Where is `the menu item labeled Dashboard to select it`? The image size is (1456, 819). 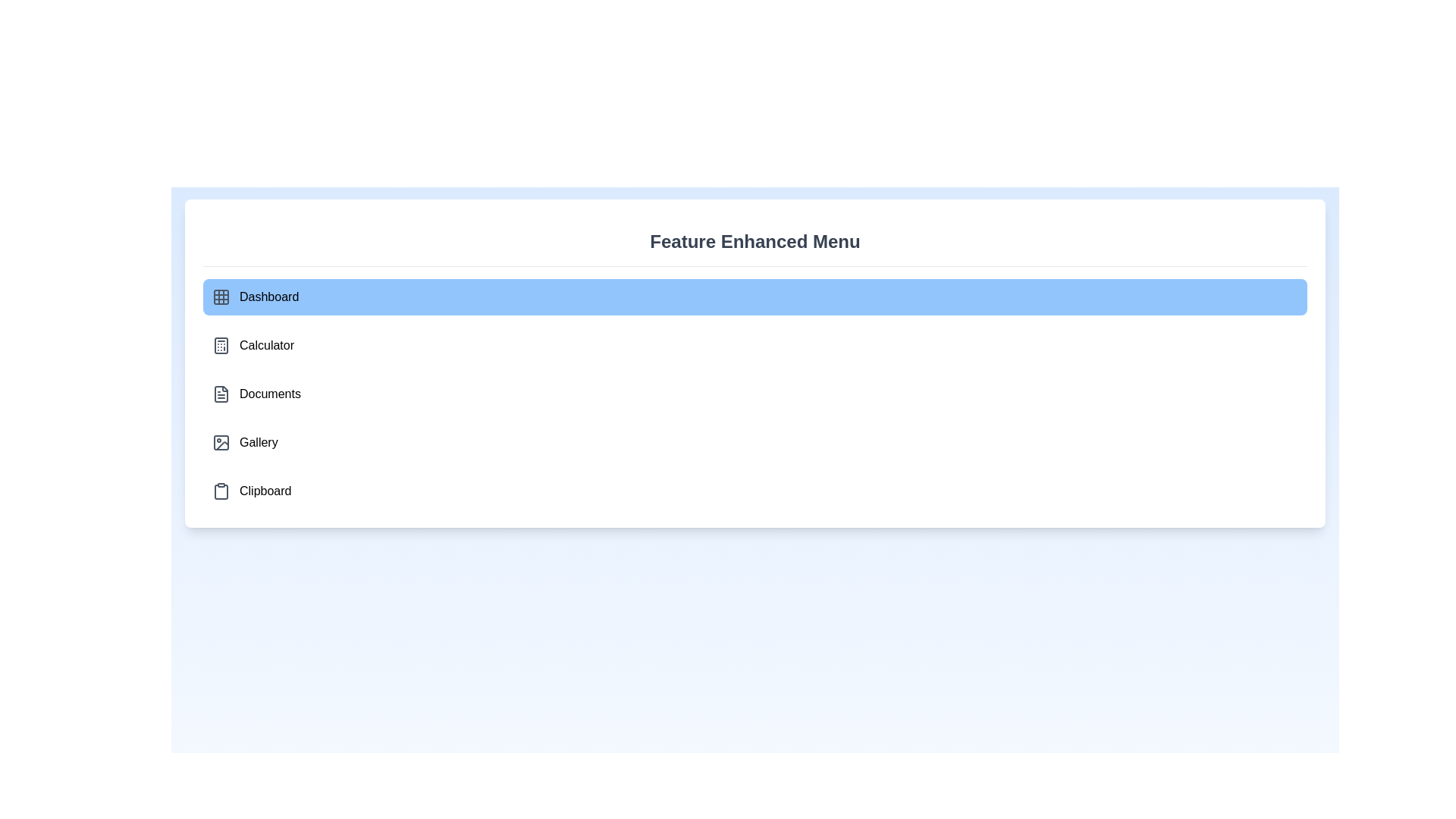 the menu item labeled Dashboard to select it is located at coordinates (755, 297).